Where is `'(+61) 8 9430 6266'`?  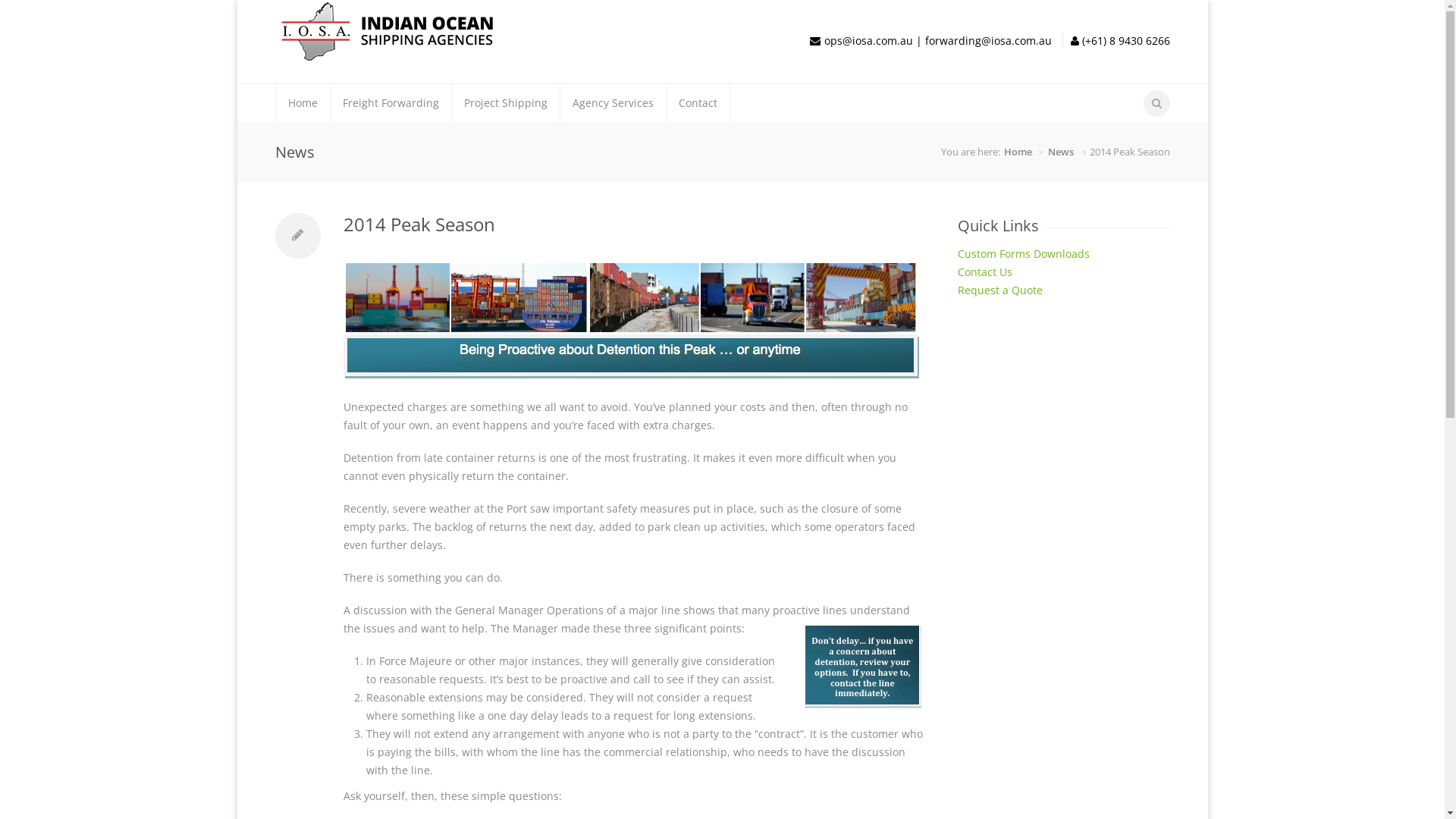
'(+61) 8 9430 6266' is located at coordinates (1124, 39).